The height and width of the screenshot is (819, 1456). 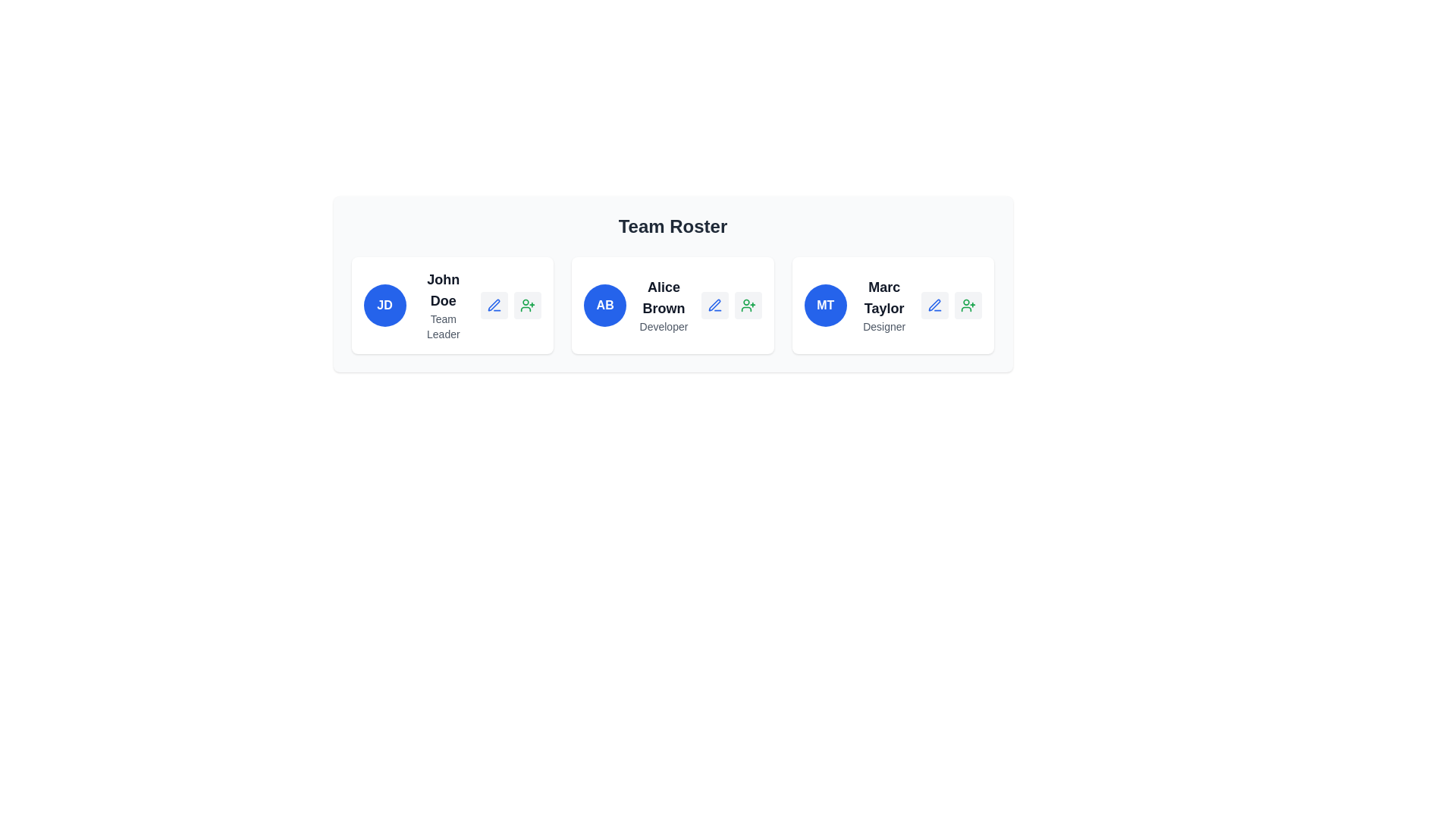 What do you see at coordinates (442, 305) in the screenshot?
I see `the text display element showing 'John Doe' and 'Team Leader', which is positioned to the right of a circular avatar with initials 'JD'` at bounding box center [442, 305].